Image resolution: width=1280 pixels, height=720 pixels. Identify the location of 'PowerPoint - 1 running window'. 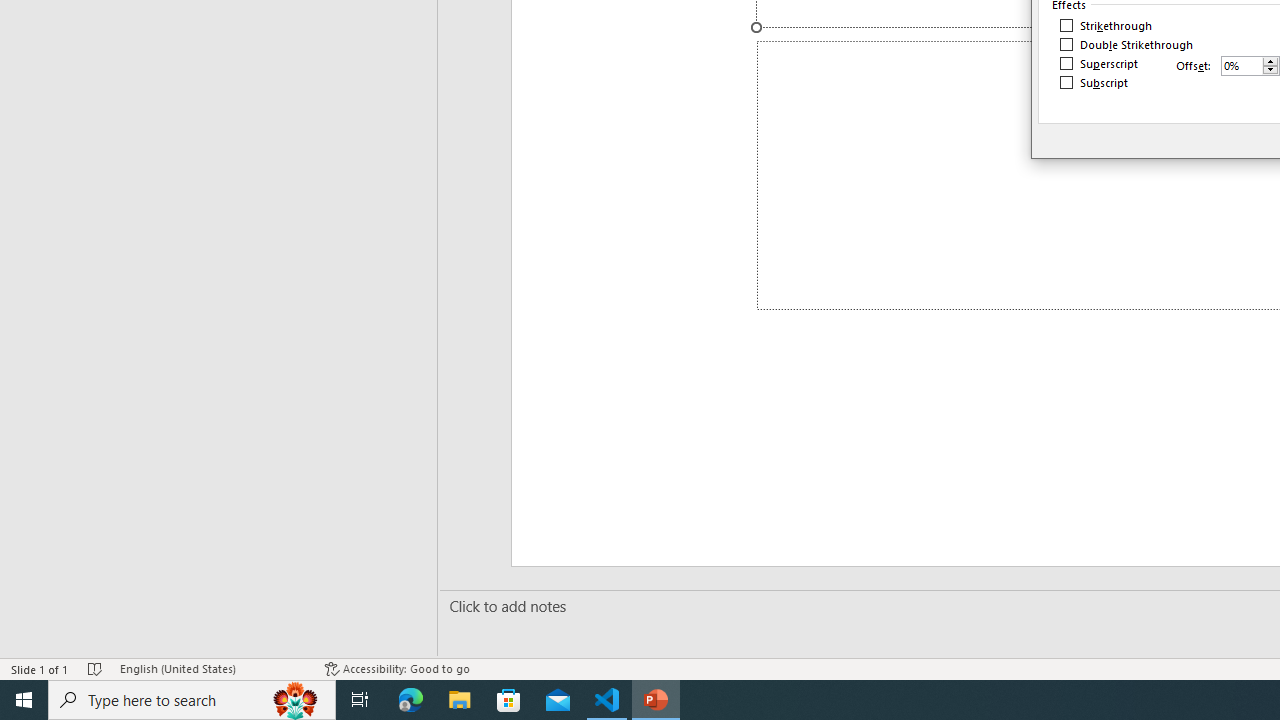
(656, 698).